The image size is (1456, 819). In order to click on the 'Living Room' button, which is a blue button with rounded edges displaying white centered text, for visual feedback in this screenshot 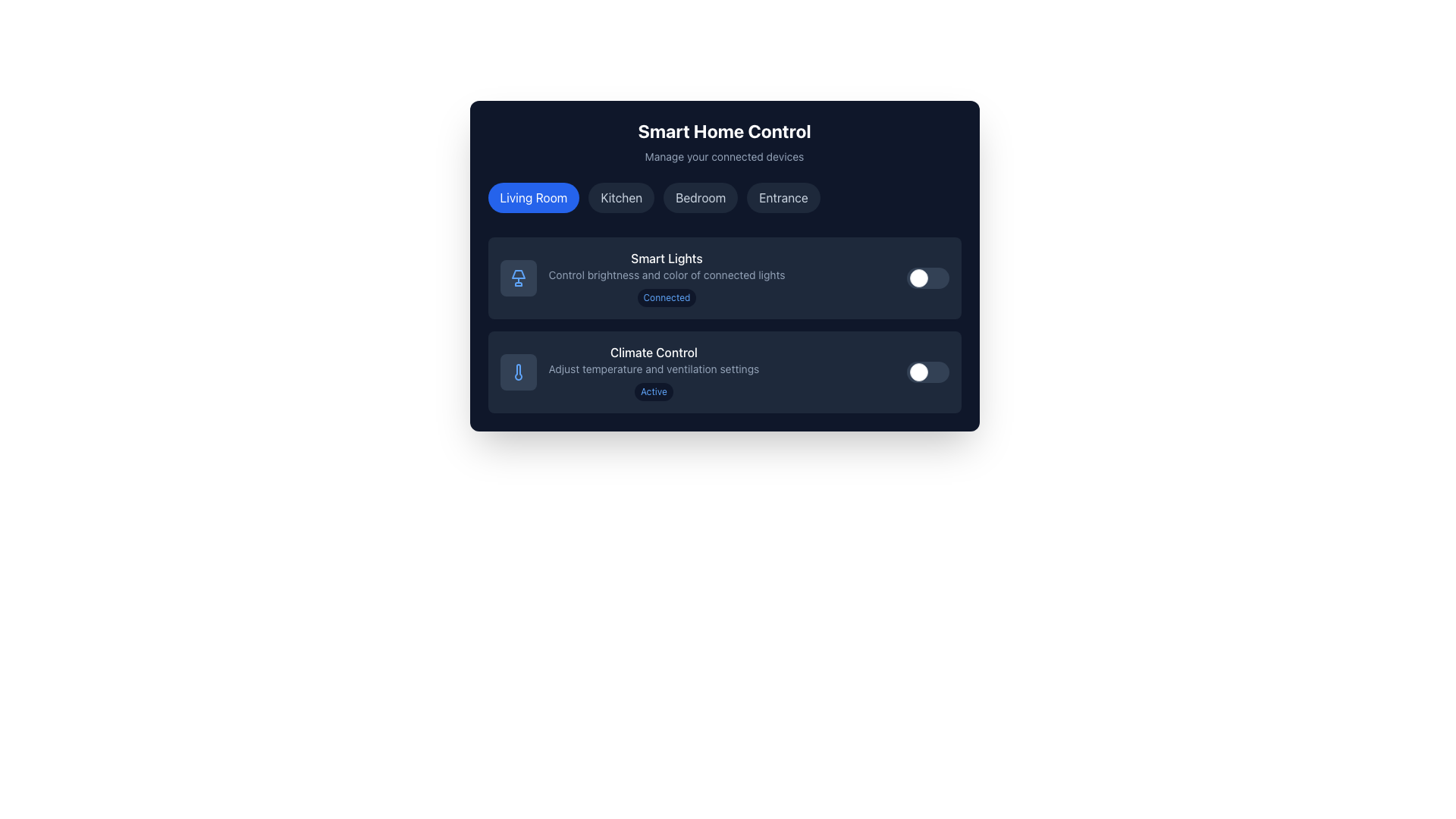, I will do `click(533, 197)`.